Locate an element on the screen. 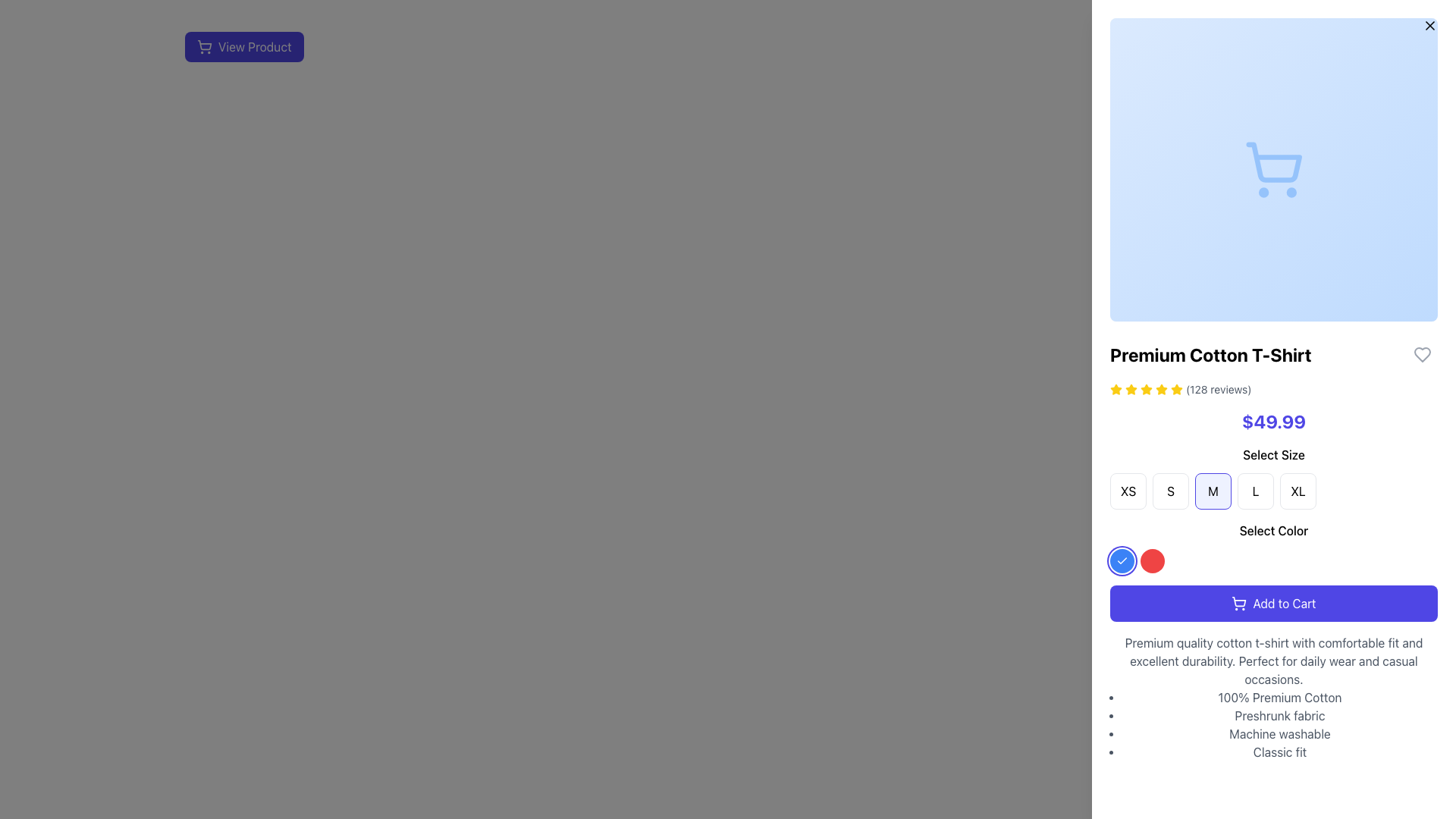 Image resolution: width=1456 pixels, height=819 pixels. the fifth yellow star icon in the horizontal group of rating stars, which is part of the section labeled '(128 reviews)' near the top center-right of the interface is located at coordinates (1160, 388).